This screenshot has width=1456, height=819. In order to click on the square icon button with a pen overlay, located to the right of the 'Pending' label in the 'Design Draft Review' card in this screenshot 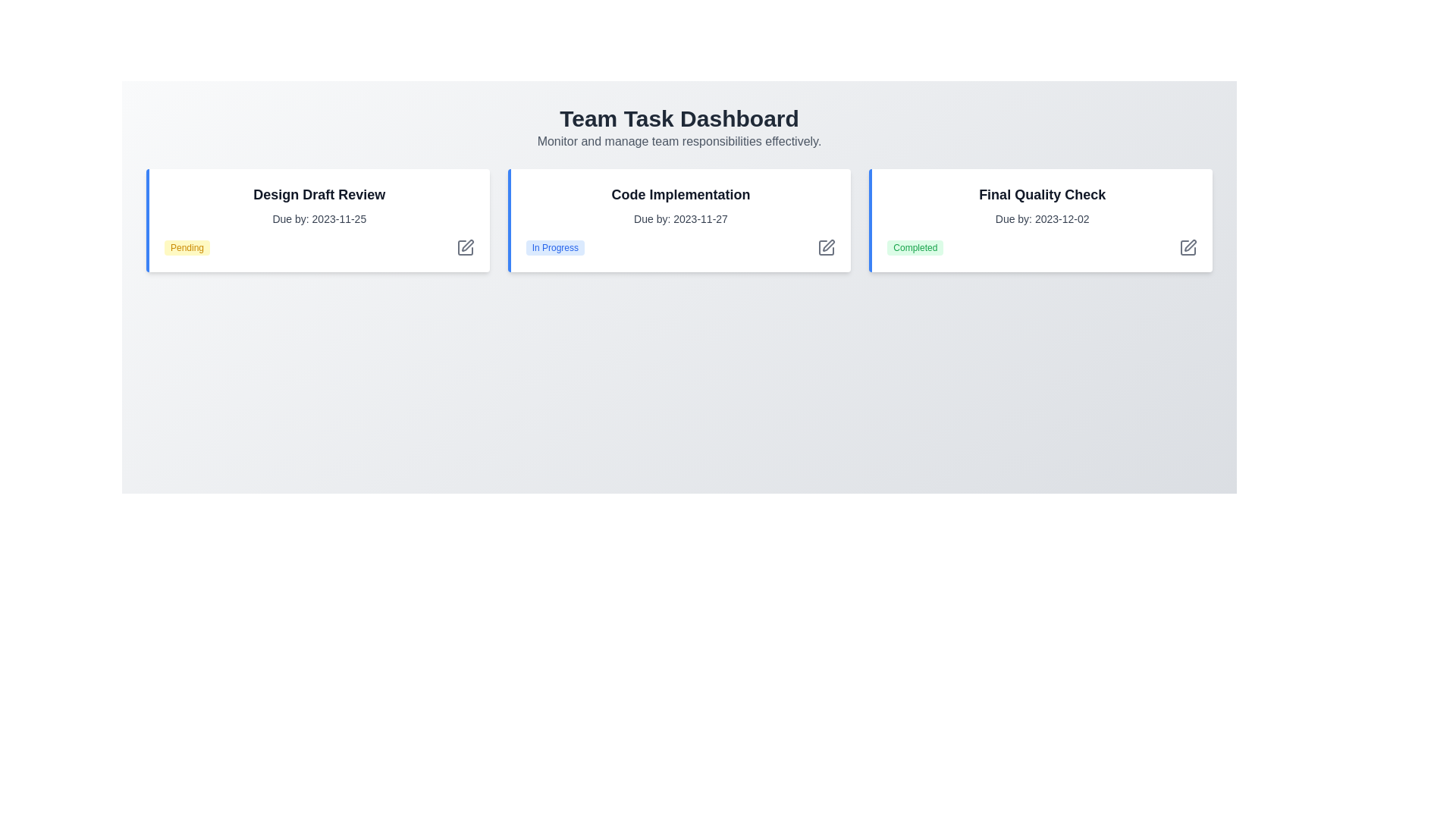, I will do `click(464, 247)`.